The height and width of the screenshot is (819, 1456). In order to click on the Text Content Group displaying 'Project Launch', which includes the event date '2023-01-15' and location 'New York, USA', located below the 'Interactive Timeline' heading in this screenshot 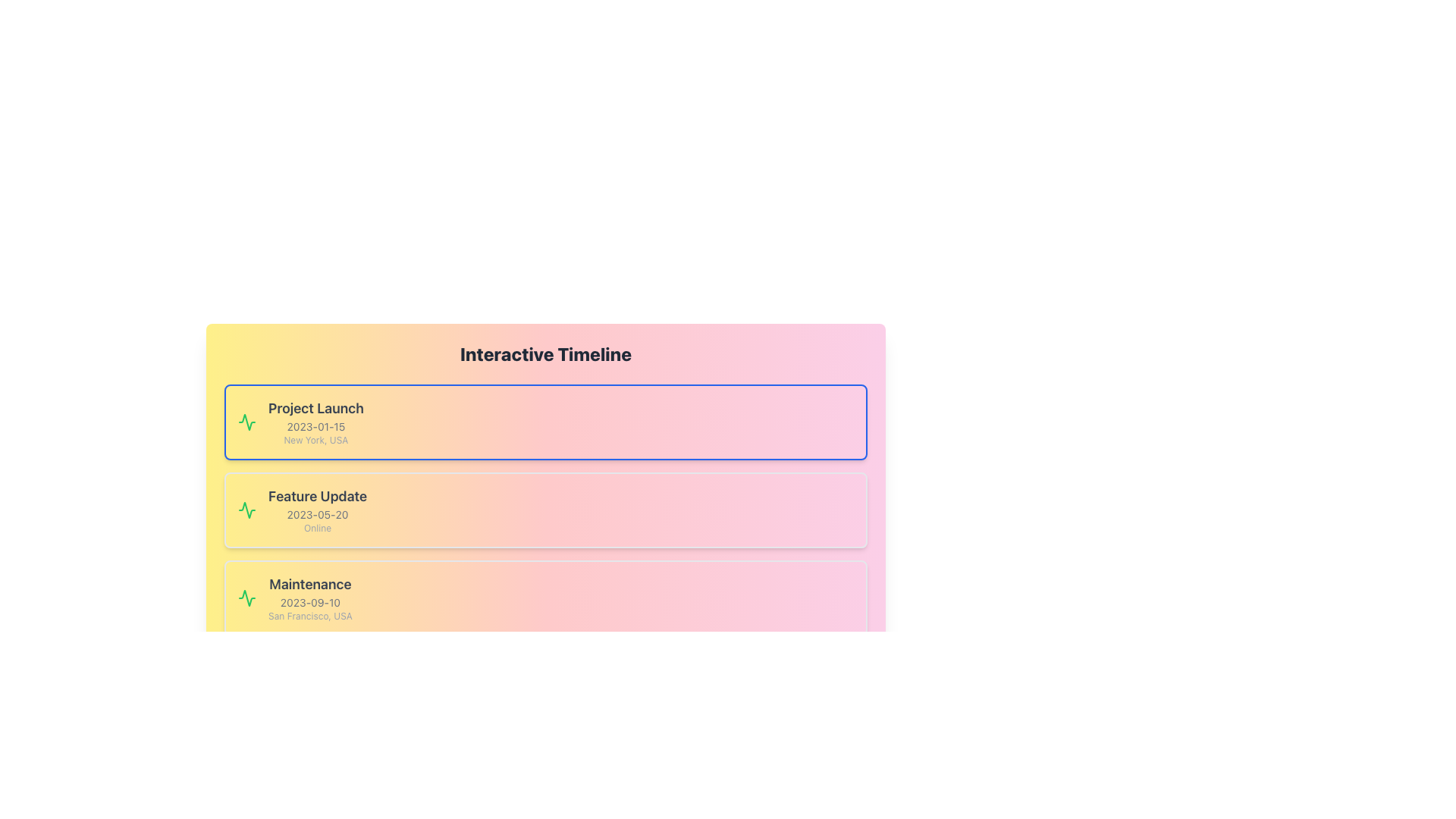, I will do `click(315, 422)`.